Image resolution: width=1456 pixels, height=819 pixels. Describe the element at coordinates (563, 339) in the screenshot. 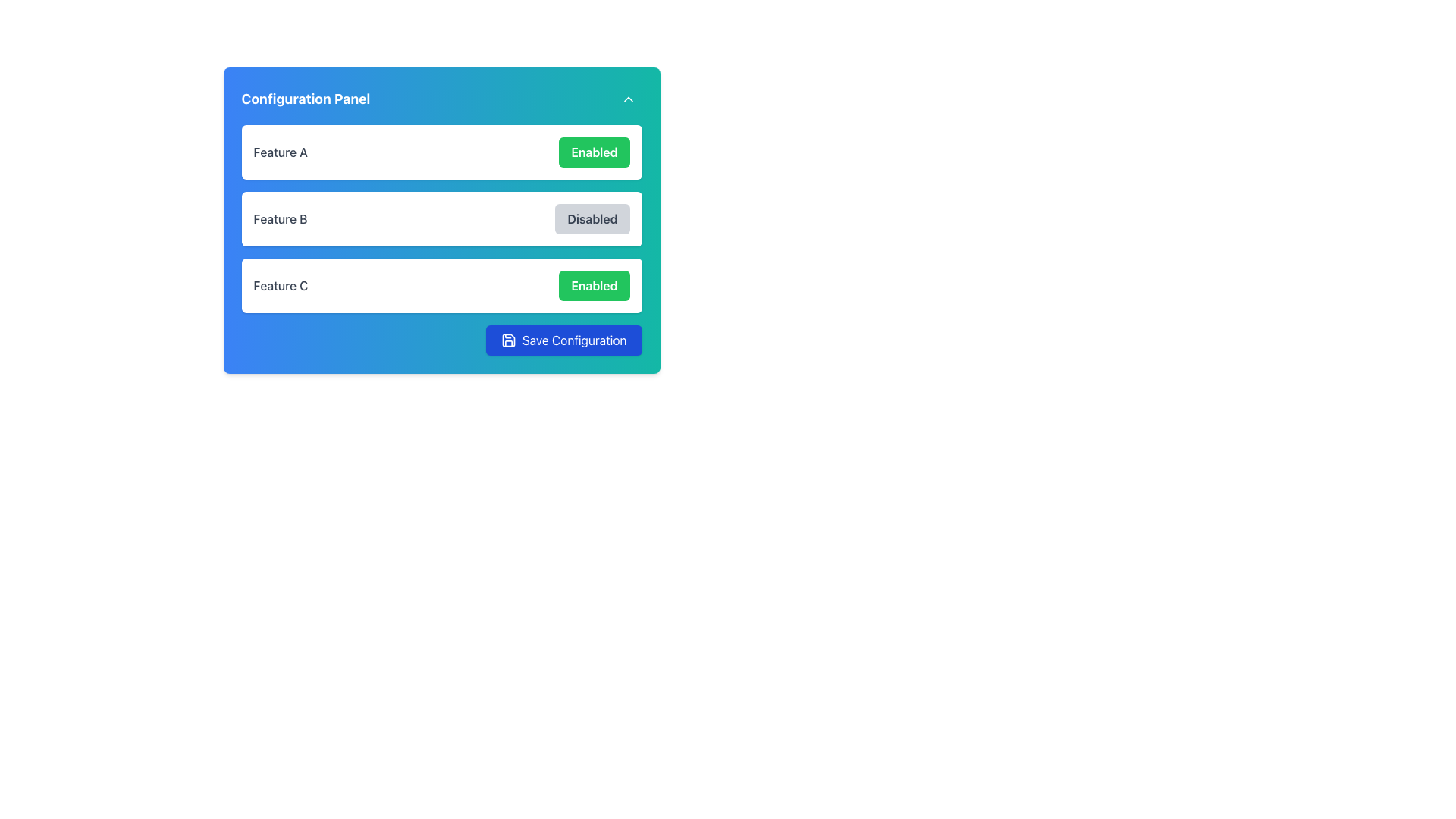

I see `the rectangular 'Save Configuration' button with a blue background and white text, located at the bottom-right corner of the 'Configuration Panel'` at that location.